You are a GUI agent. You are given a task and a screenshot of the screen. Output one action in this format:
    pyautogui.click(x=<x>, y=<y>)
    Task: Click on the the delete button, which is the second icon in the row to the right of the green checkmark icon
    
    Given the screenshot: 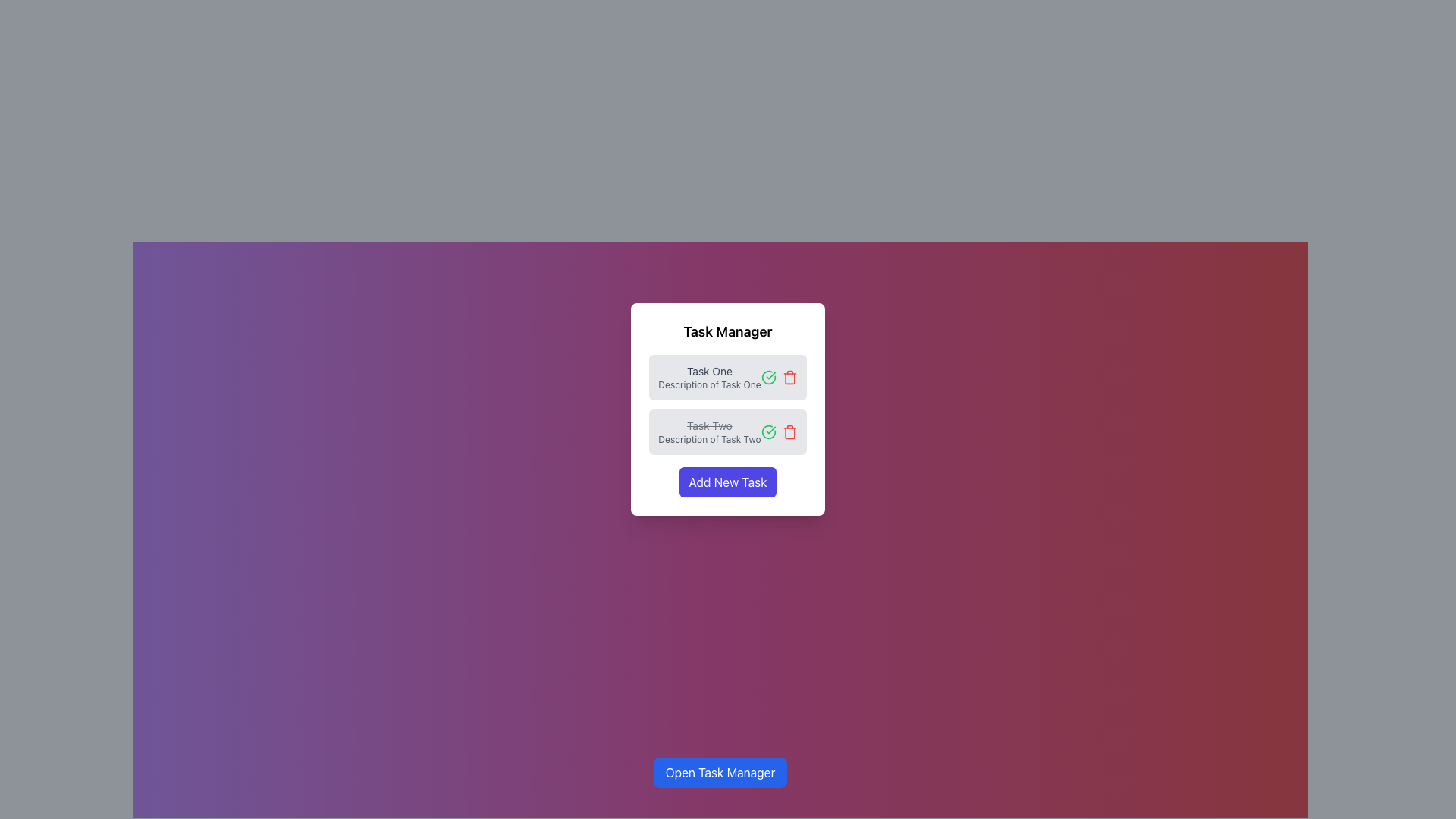 What is the action you would take?
    pyautogui.click(x=789, y=432)
    